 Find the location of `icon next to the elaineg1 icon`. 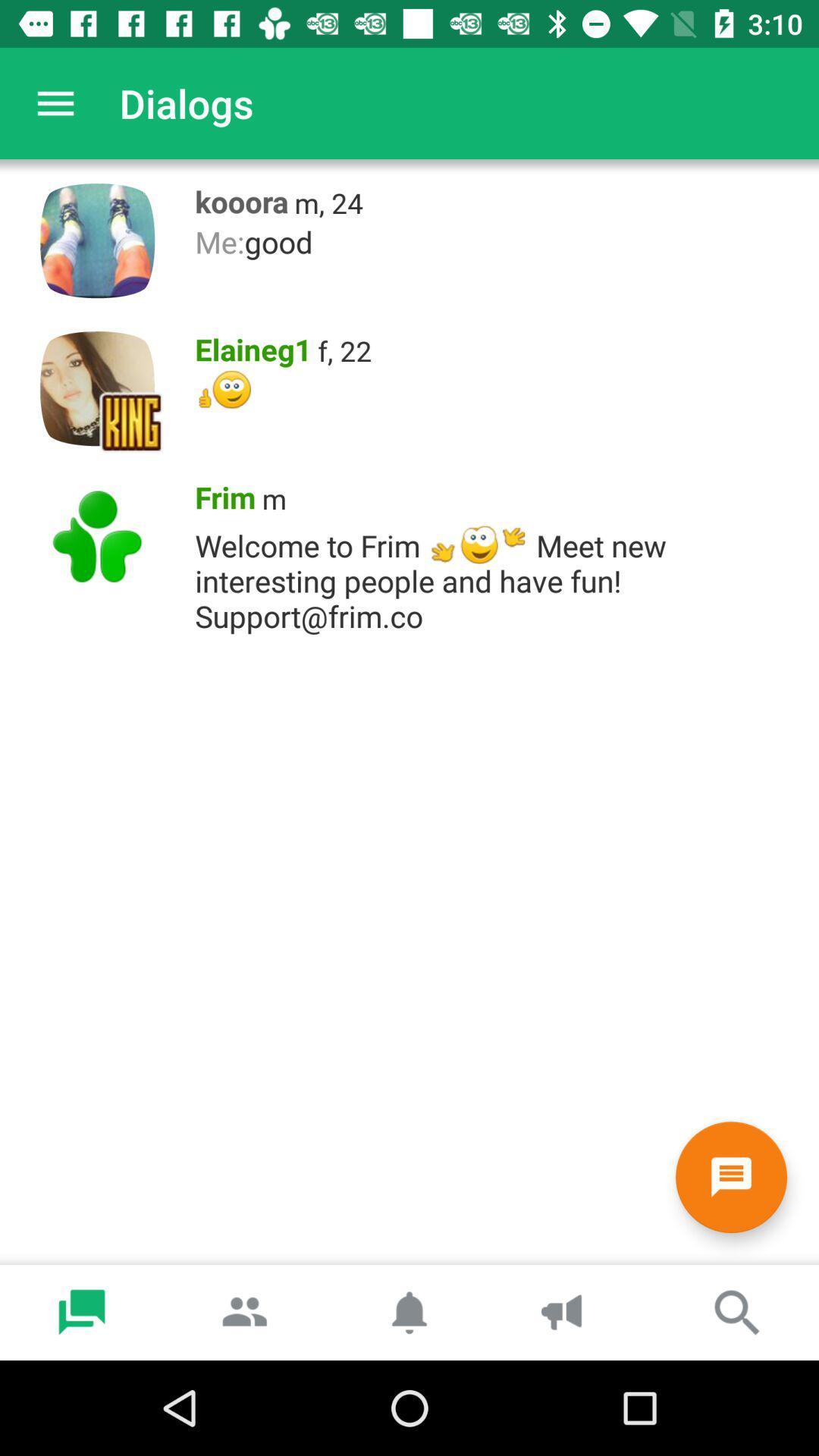

icon next to the elaineg1 icon is located at coordinates (344, 350).